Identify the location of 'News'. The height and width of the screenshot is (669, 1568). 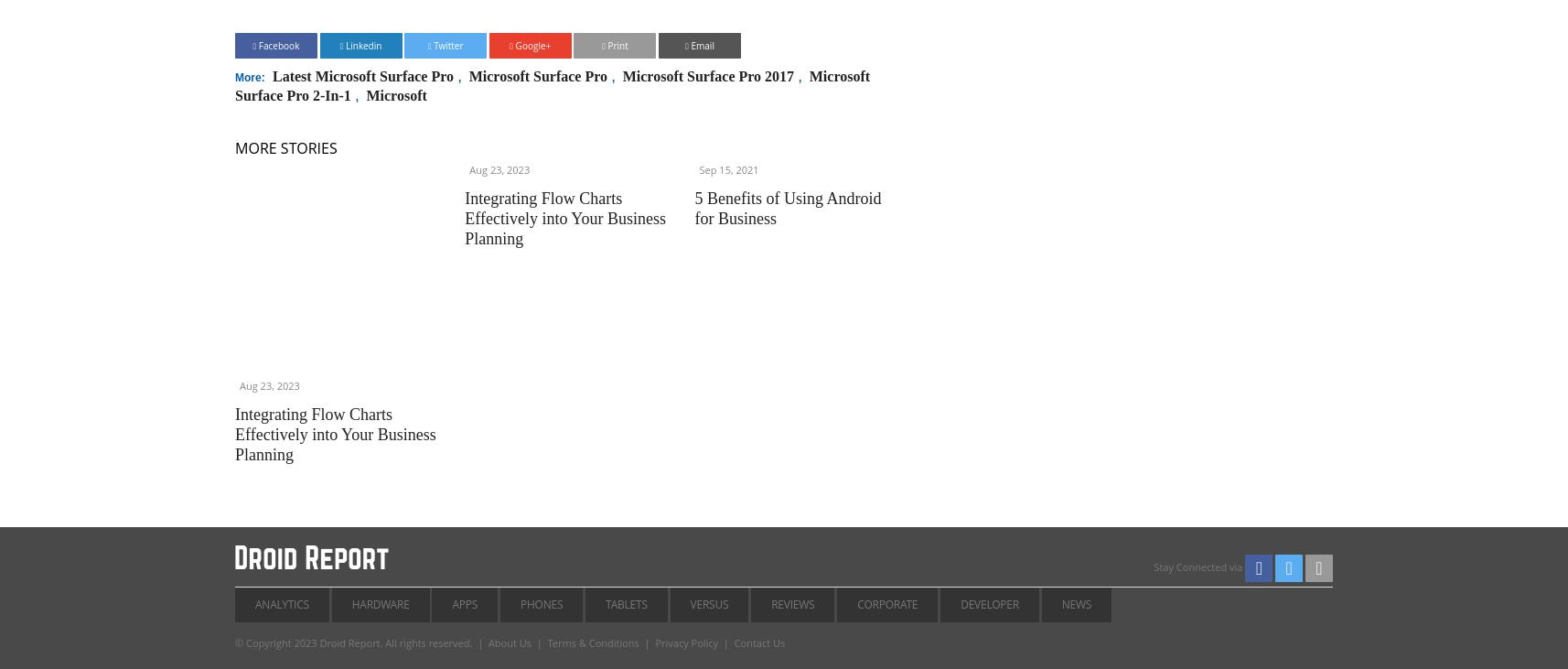
(1075, 603).